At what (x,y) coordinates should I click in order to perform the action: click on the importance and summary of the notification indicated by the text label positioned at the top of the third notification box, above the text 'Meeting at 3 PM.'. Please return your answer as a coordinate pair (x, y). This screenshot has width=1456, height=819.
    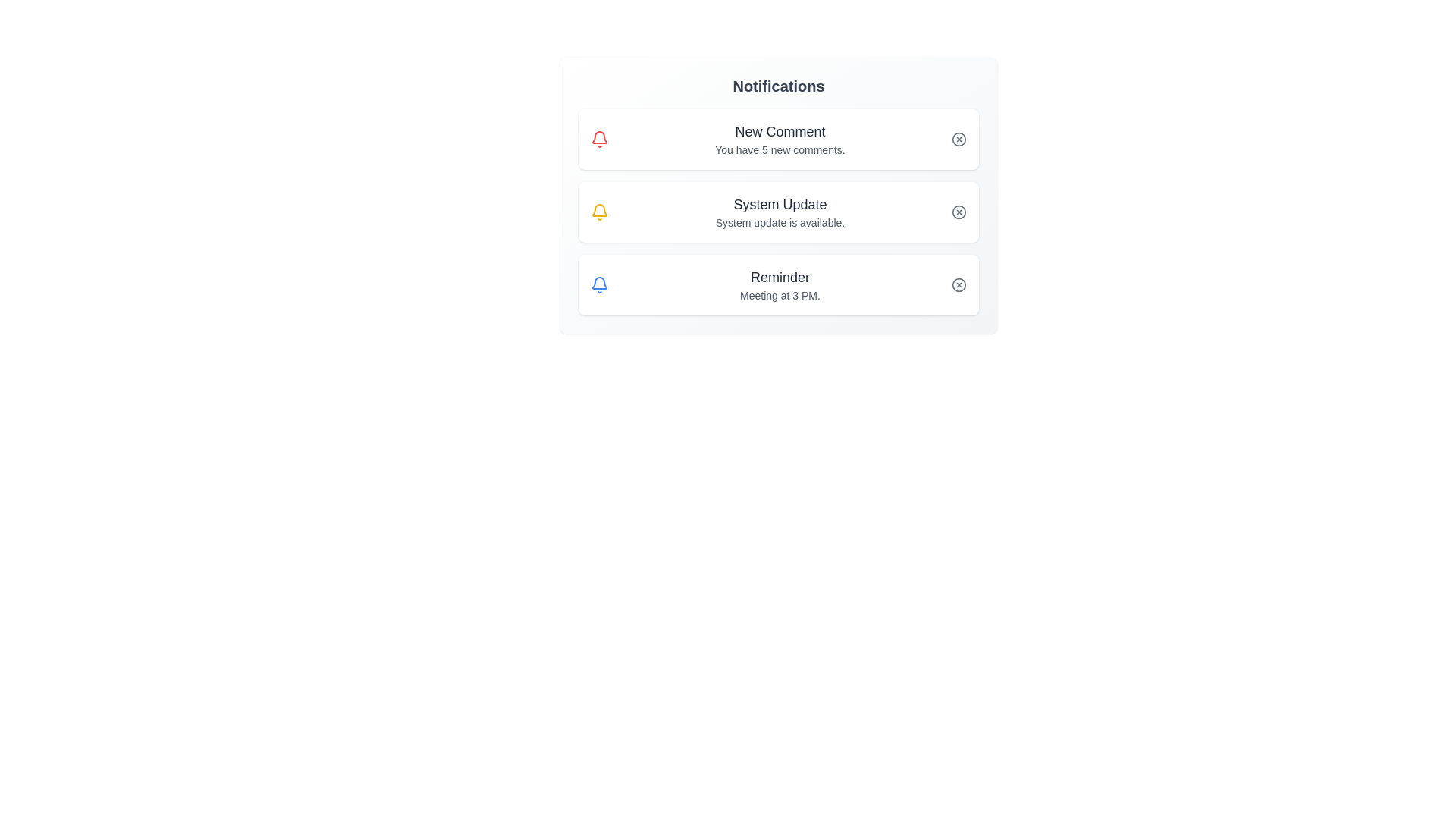
    Looking at the image, I should click on (780, 278).